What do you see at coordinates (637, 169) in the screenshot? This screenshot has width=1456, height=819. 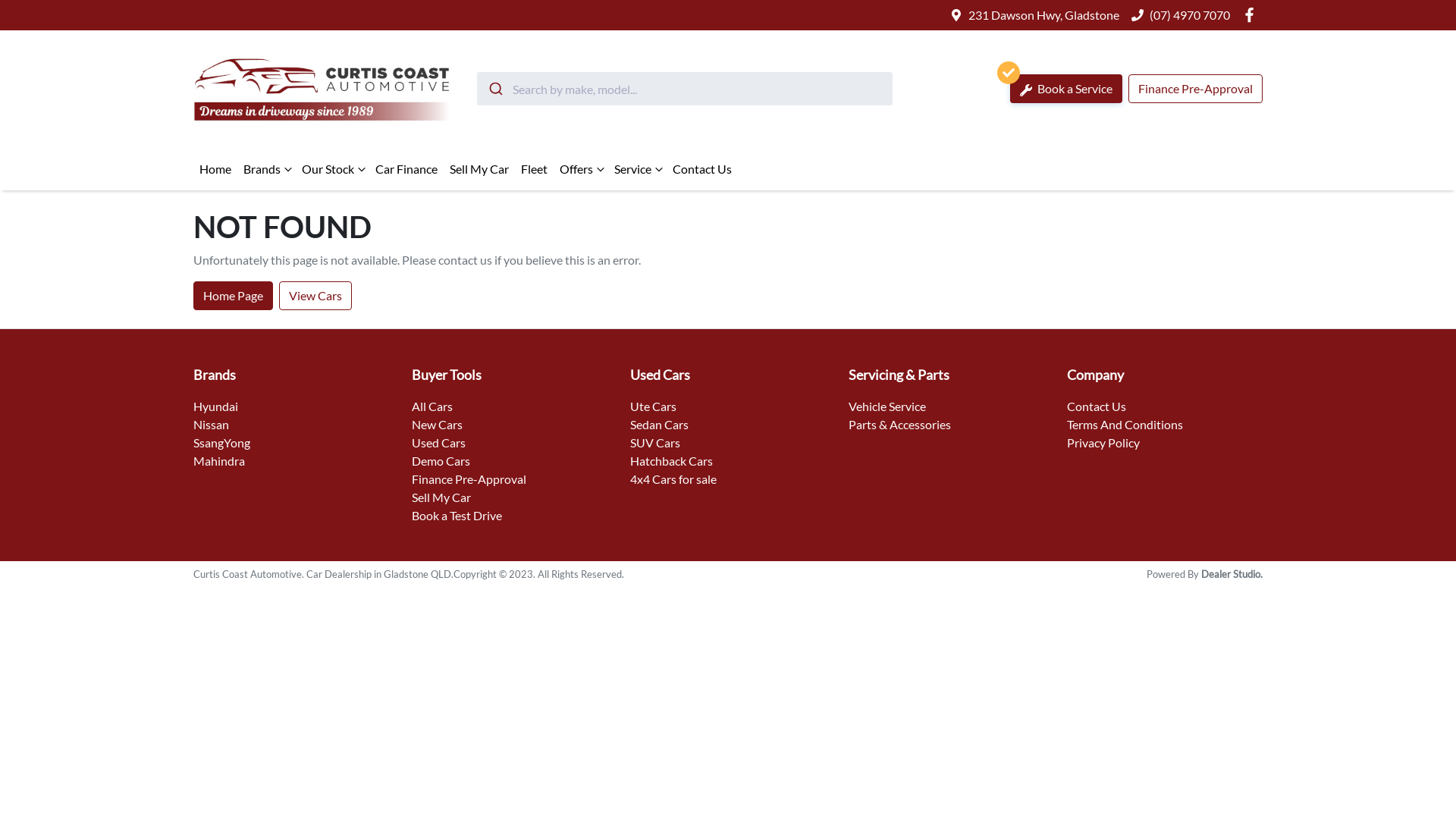 I see `'Service'` at bounding box center [637, 169].